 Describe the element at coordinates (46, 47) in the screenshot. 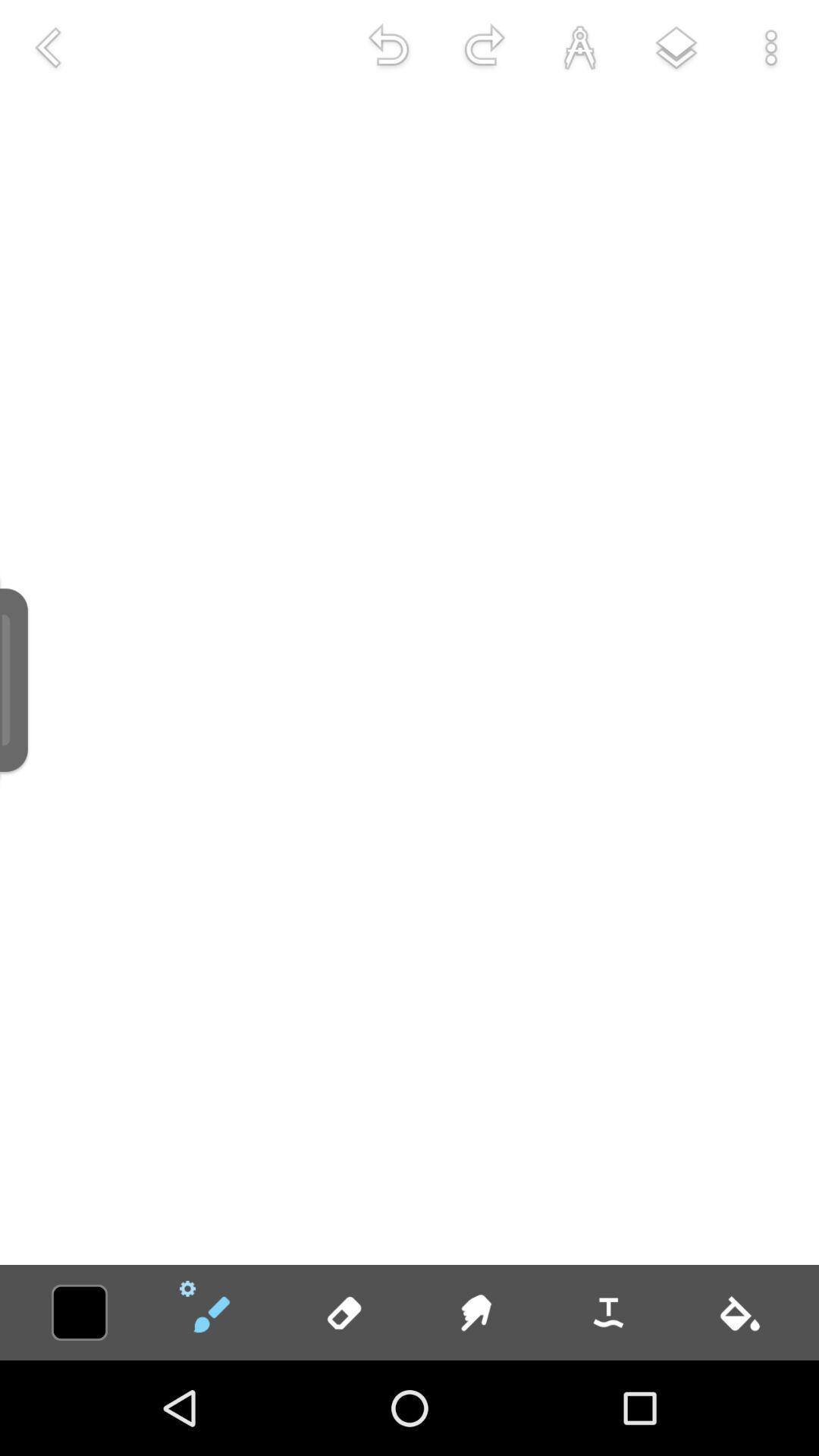

I see `the arrow_backward icon` at that location.